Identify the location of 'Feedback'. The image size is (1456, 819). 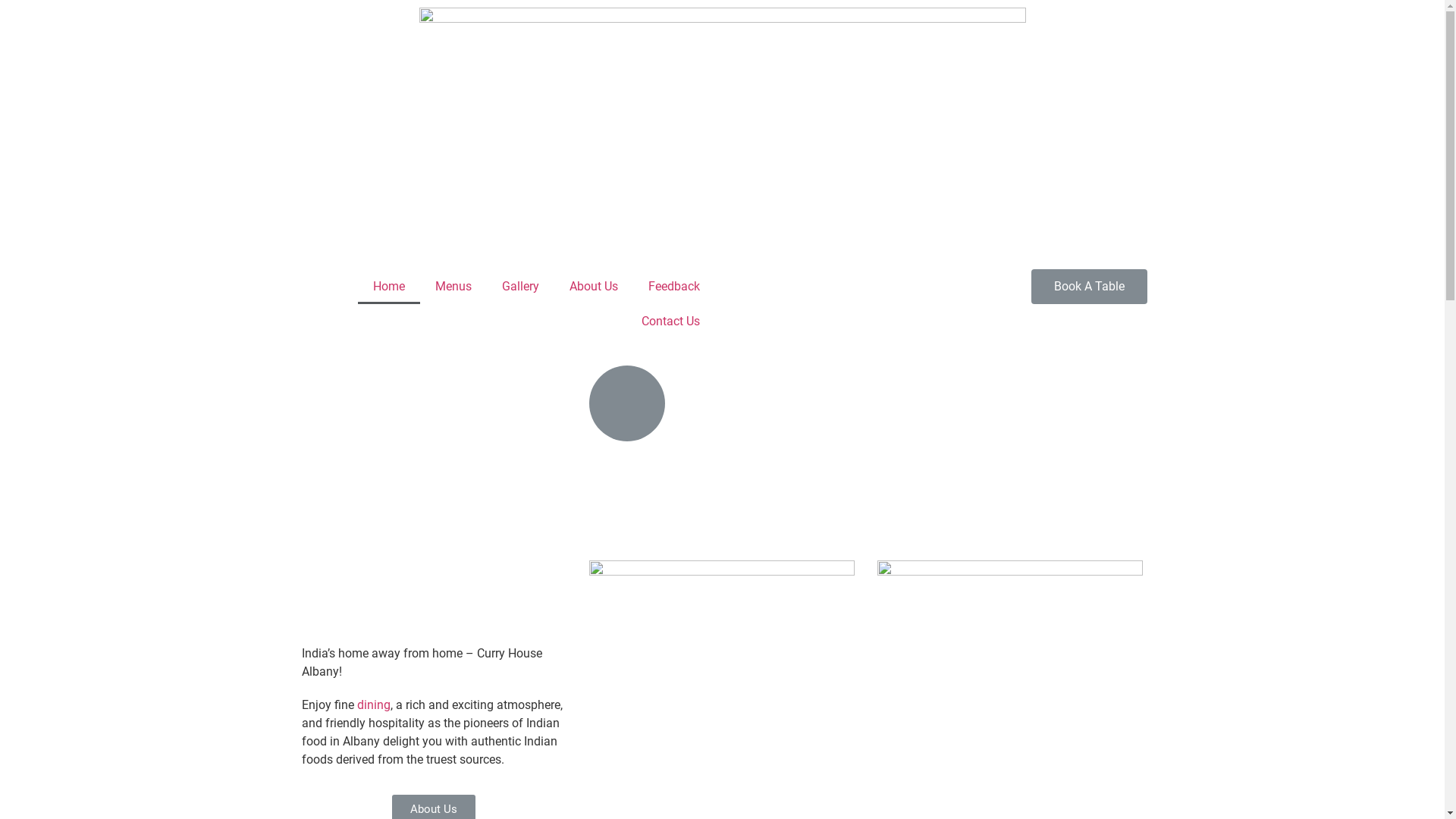
(673, 287).